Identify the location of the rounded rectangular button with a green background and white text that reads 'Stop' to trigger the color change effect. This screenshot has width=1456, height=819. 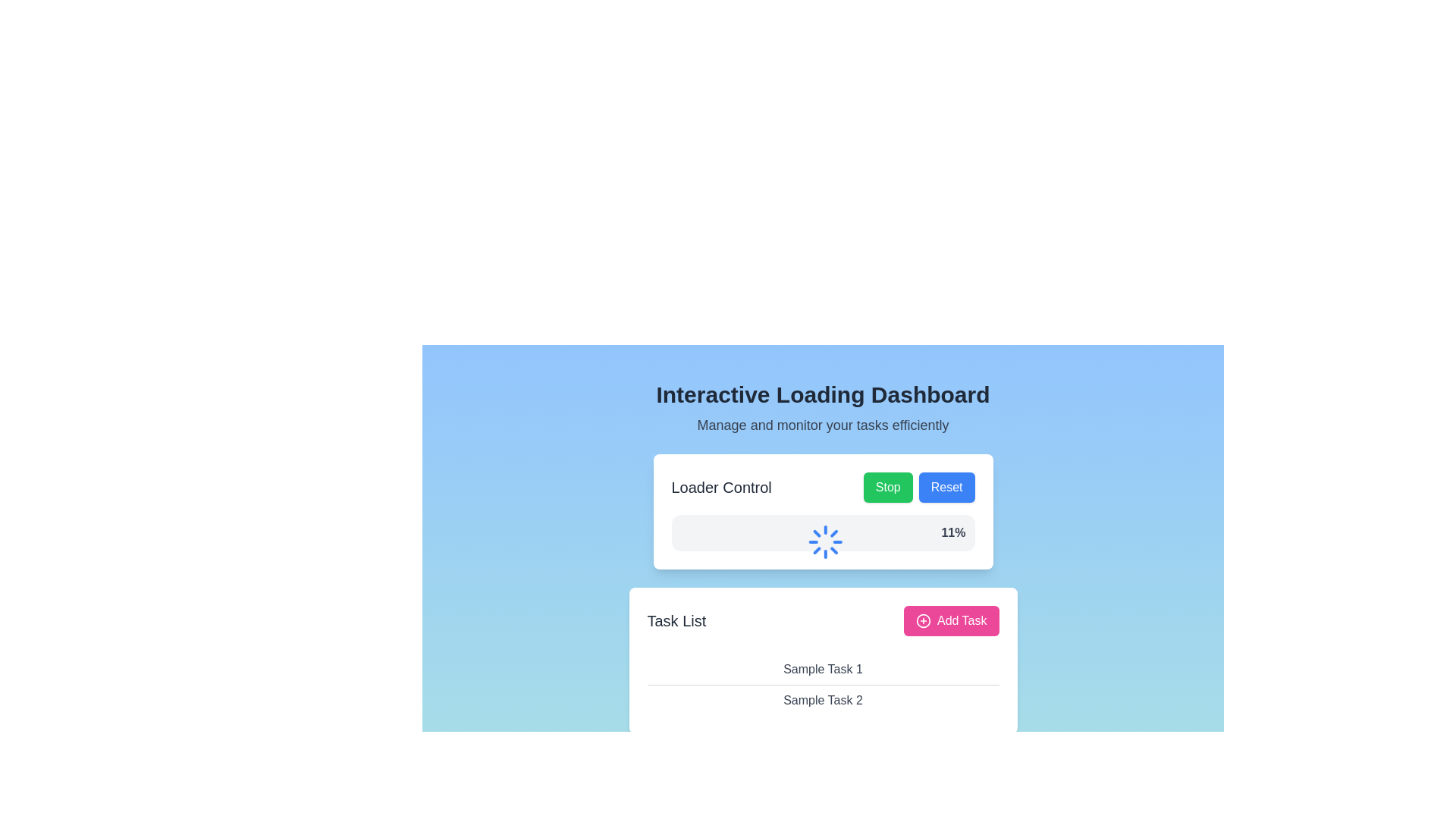
(888, 488).